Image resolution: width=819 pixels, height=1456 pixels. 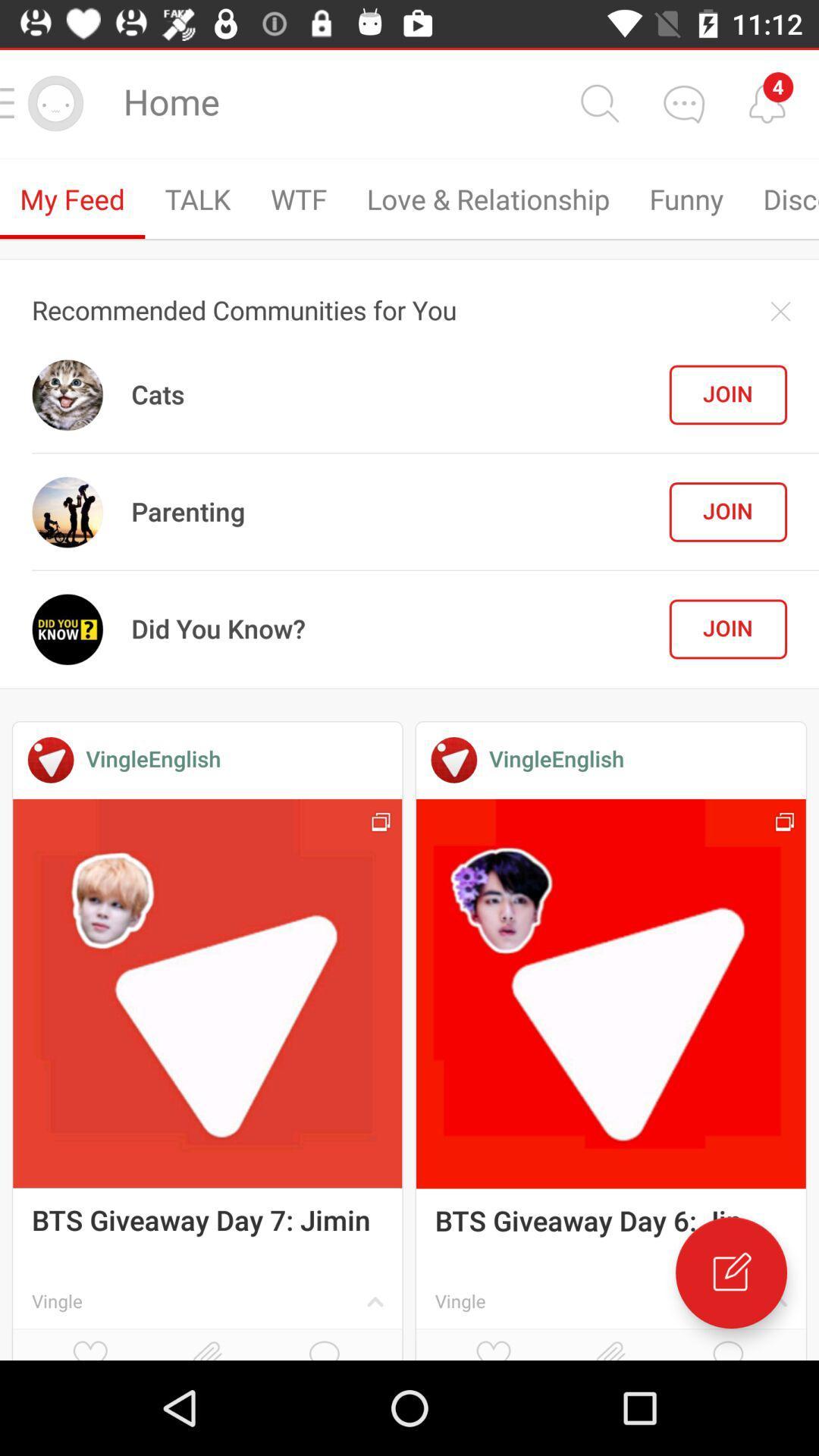 I want to click on the notifications icon, so click(x=767, y=102).